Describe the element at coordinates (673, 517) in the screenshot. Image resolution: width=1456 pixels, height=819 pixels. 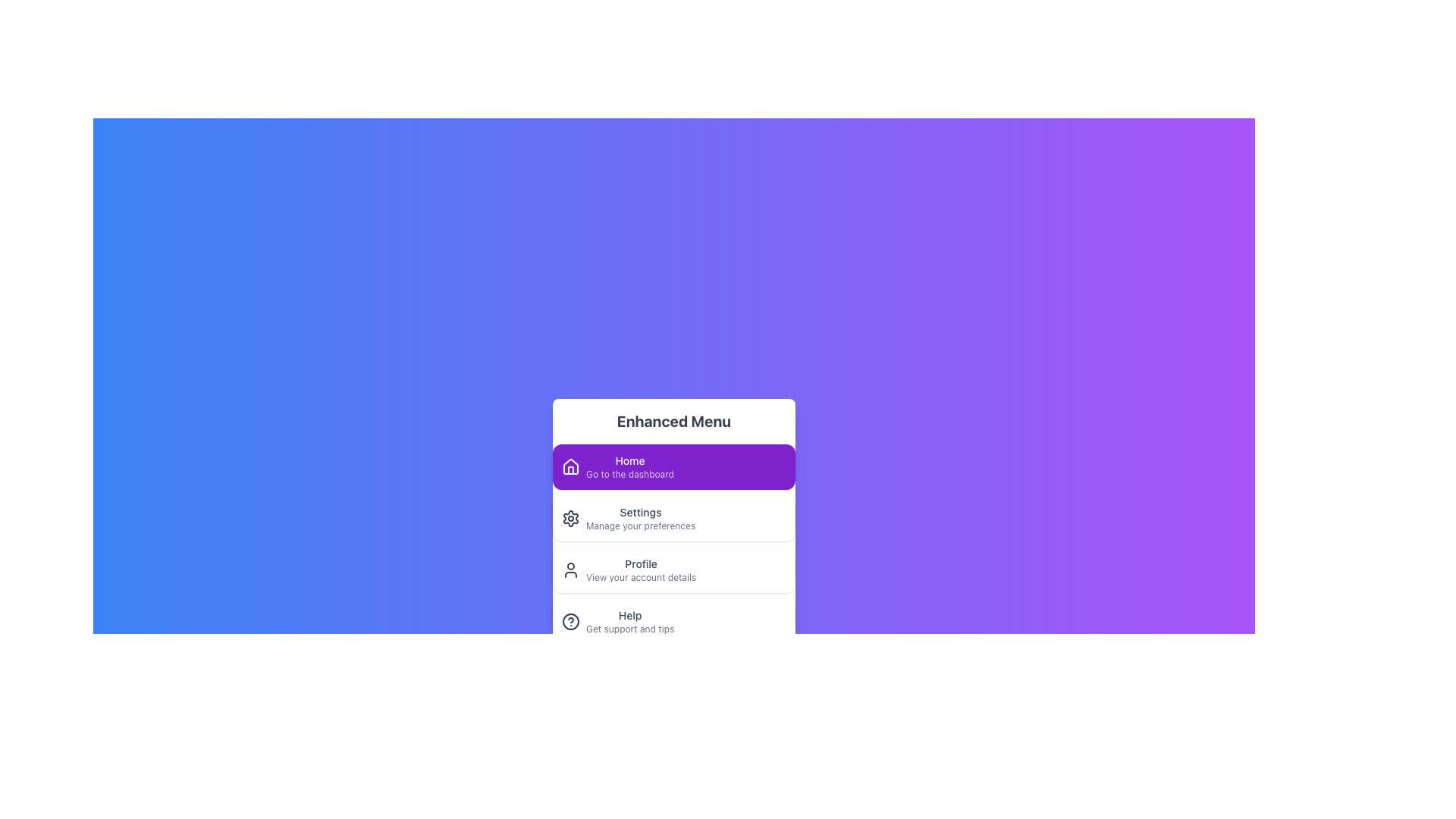
I see `the second button in the vertical sequence of options within the white panel titled 'Enhanced Menu'` at that location.